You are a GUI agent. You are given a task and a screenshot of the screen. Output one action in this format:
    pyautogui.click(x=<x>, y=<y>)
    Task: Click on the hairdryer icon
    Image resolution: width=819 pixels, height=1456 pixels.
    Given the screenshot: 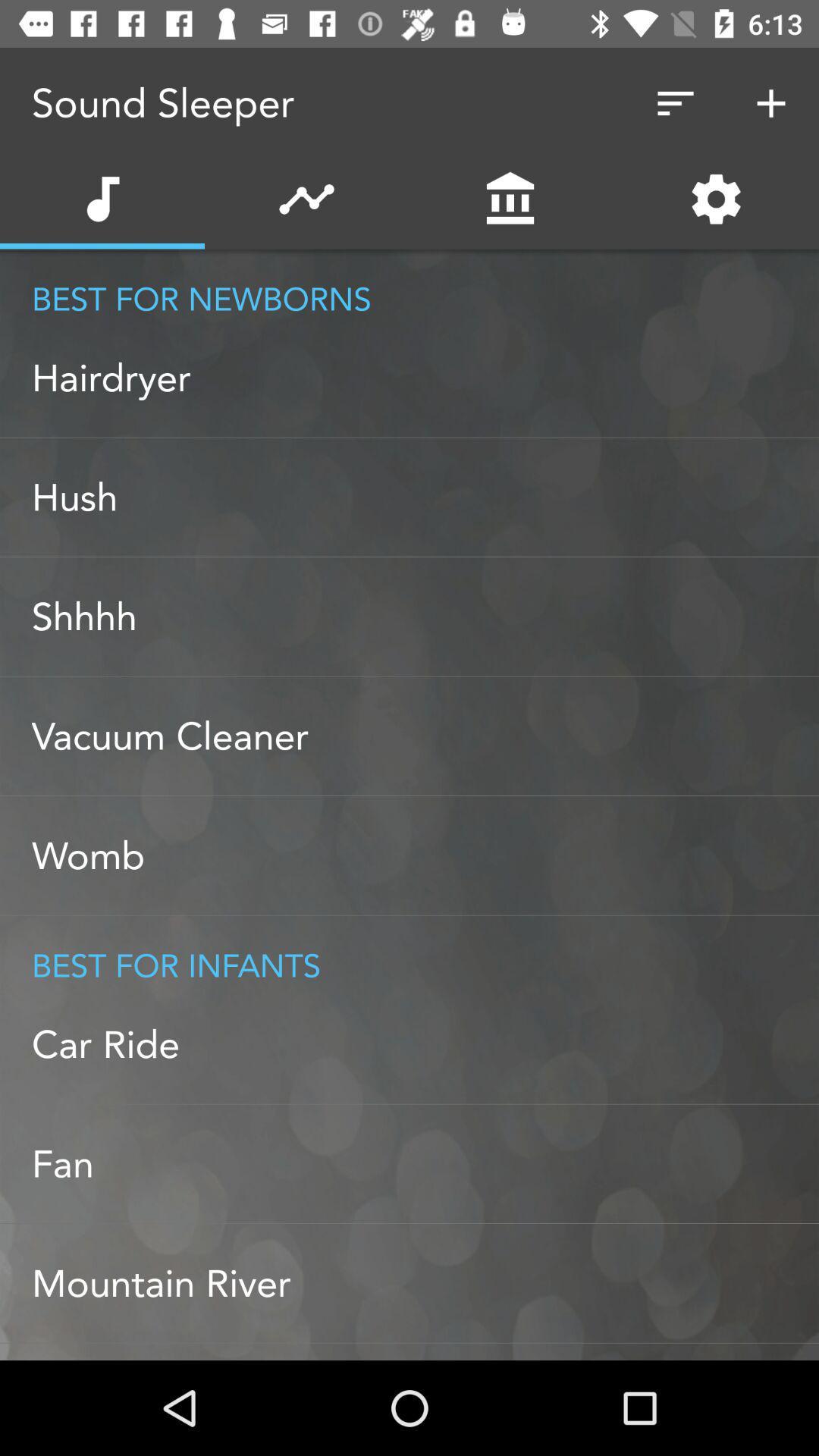 What is the action you would take?
    pyautogui.click(x=425, y=378)
    